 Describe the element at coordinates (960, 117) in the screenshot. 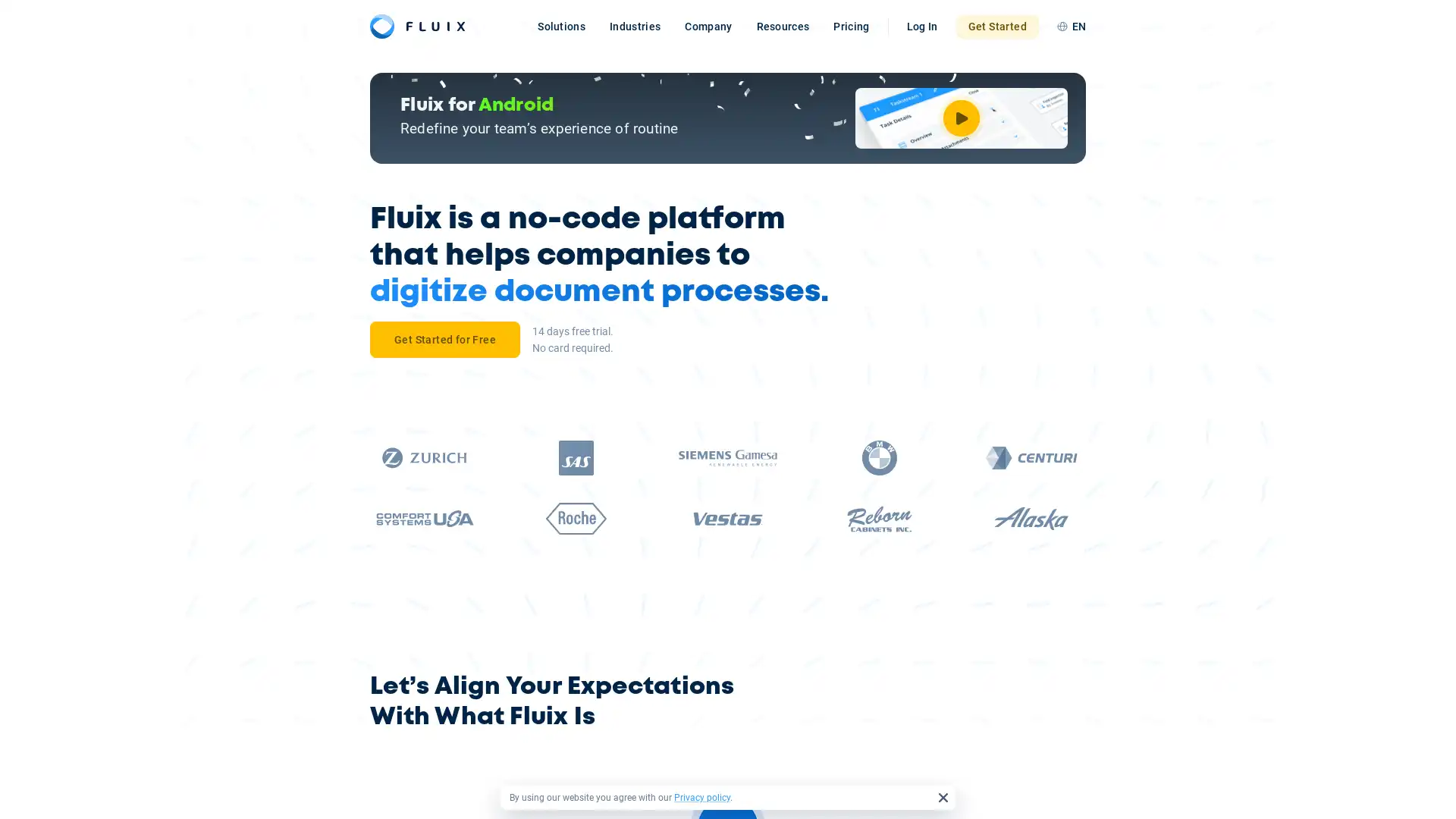

I see `Watch Video` at that location.